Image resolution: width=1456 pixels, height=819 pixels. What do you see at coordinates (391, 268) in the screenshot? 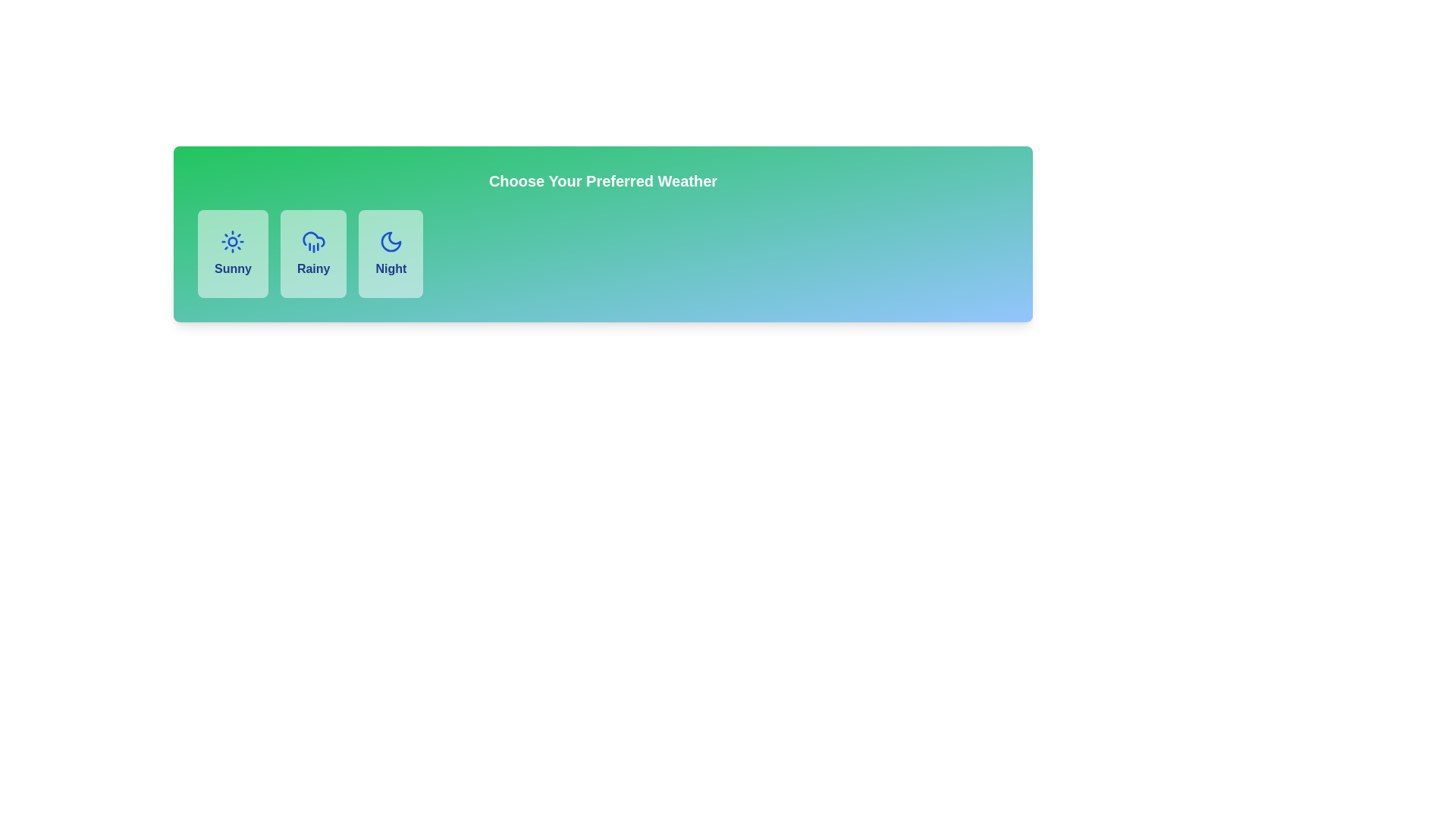
I see `the text content of the bold, blue-colored 'Night' text label located in the center of the third weather option card from the left, below the crescent moon icon` at bounding box center [391, 268].